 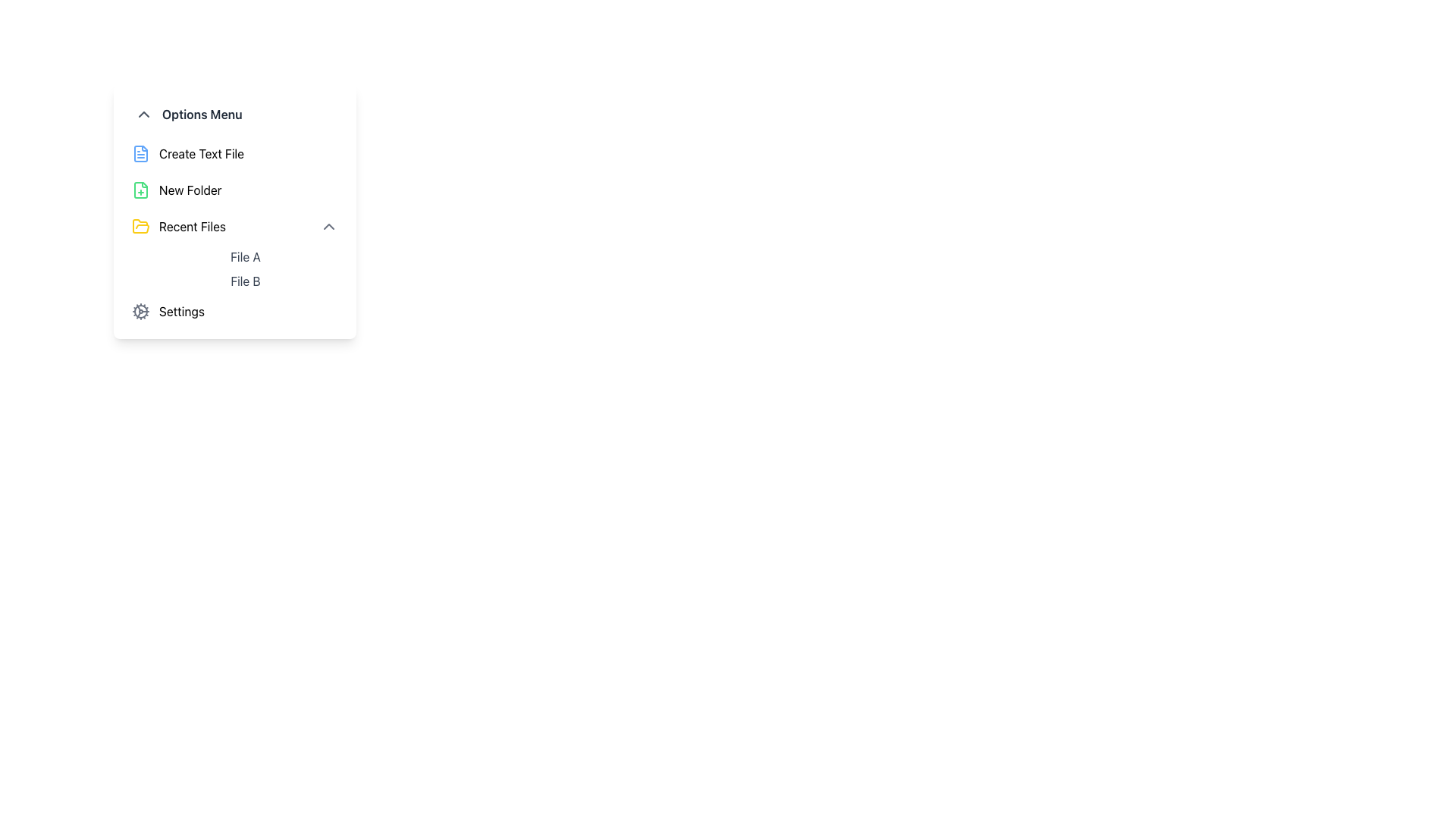 I want to click on the visual indicator icon for the 'Recent Files' menu option, which is located above the 'Settings' item in the vertical menu list, so click(x=141, y=227).